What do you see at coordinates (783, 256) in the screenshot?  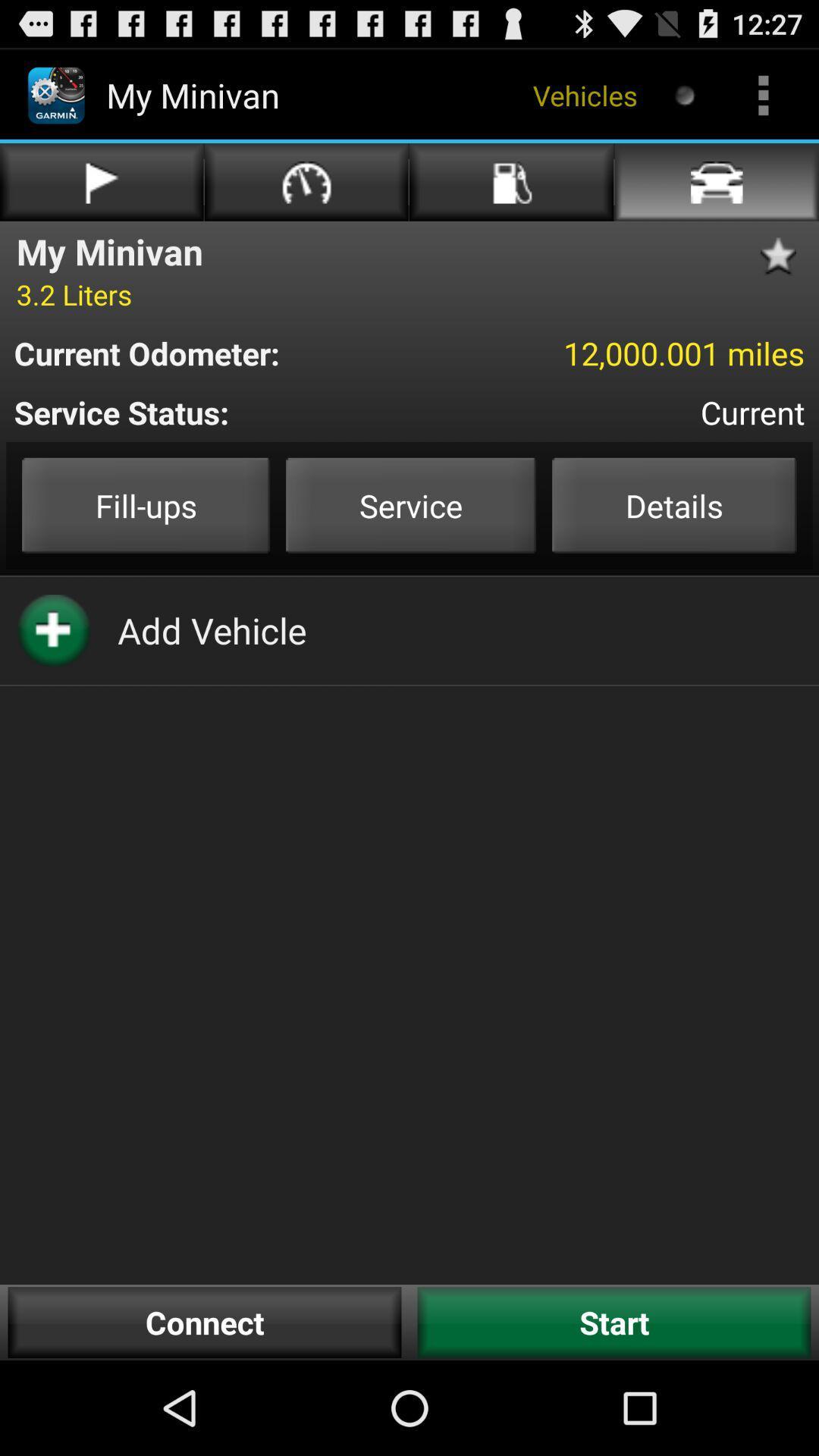 I see `favorite` at bounding box center [783, 256].